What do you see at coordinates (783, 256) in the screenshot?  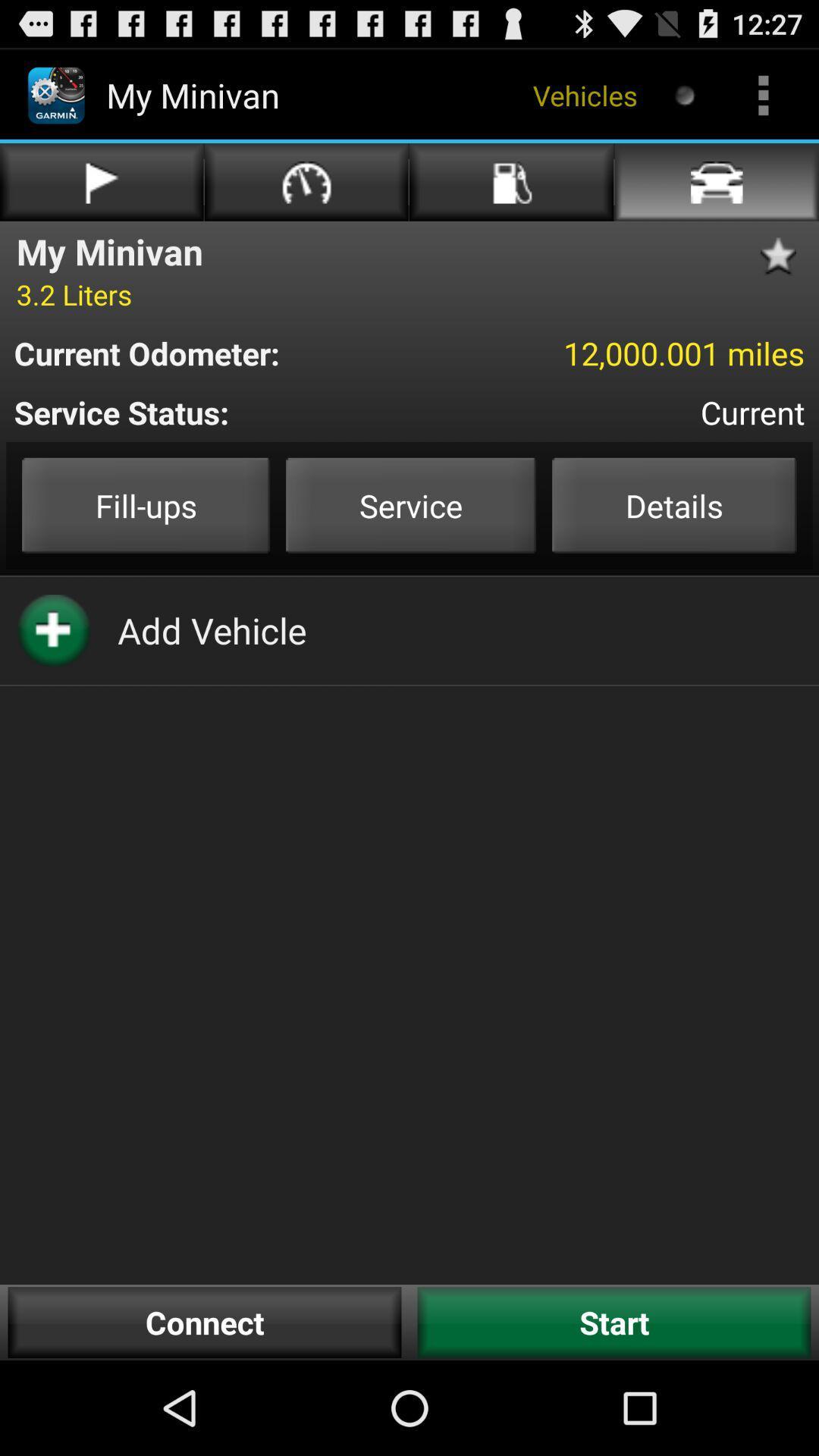 I see `favorite` at bounding box center [783, 256].